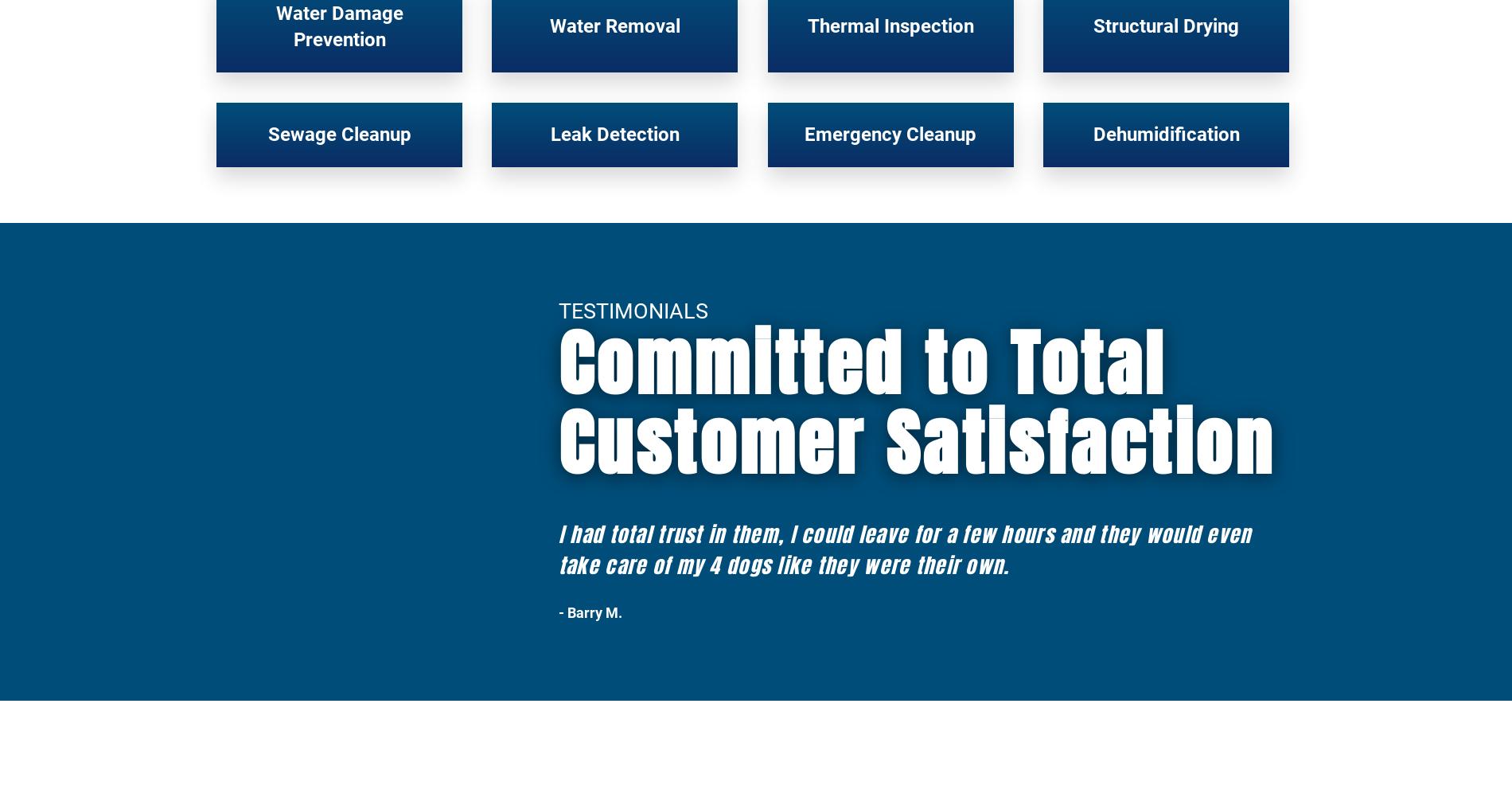  What do you see at coordinates (459, 577) in the screenshot?
I see `'Who We Work With'` at bounding box center [459, 577].